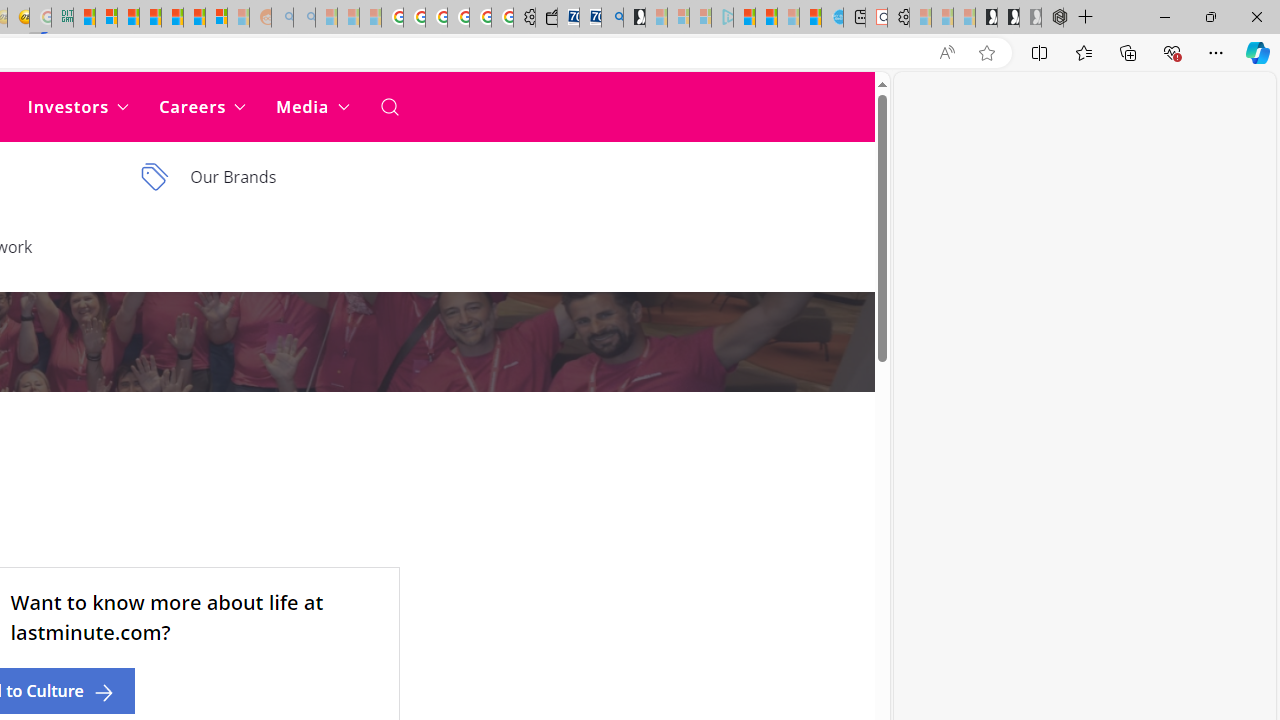 The width and height of the screenshot is (1280, 720). Describe the element at coordinates (611, 17) in the screenshot. I see `'Bing Real Estate - Home sales and rental listings'` at that location.